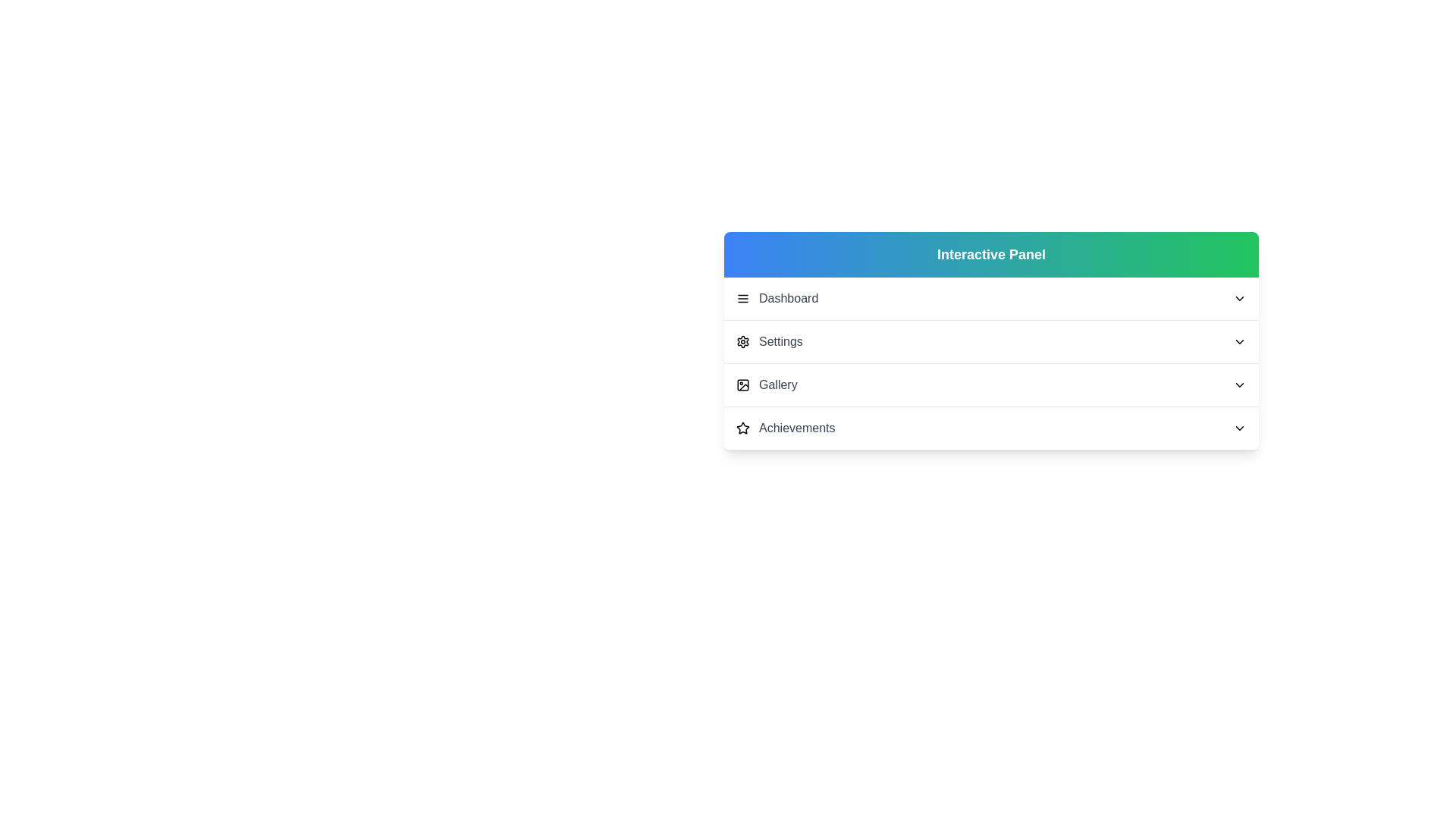 Image resolution: width=1456 pixels, height=819 pixels. What do you see at coordinates (1240, 342) in the screenshot?
I see `the chevron icon located at the right end of the 'Settings' row` at bounding box center [1240, 342].